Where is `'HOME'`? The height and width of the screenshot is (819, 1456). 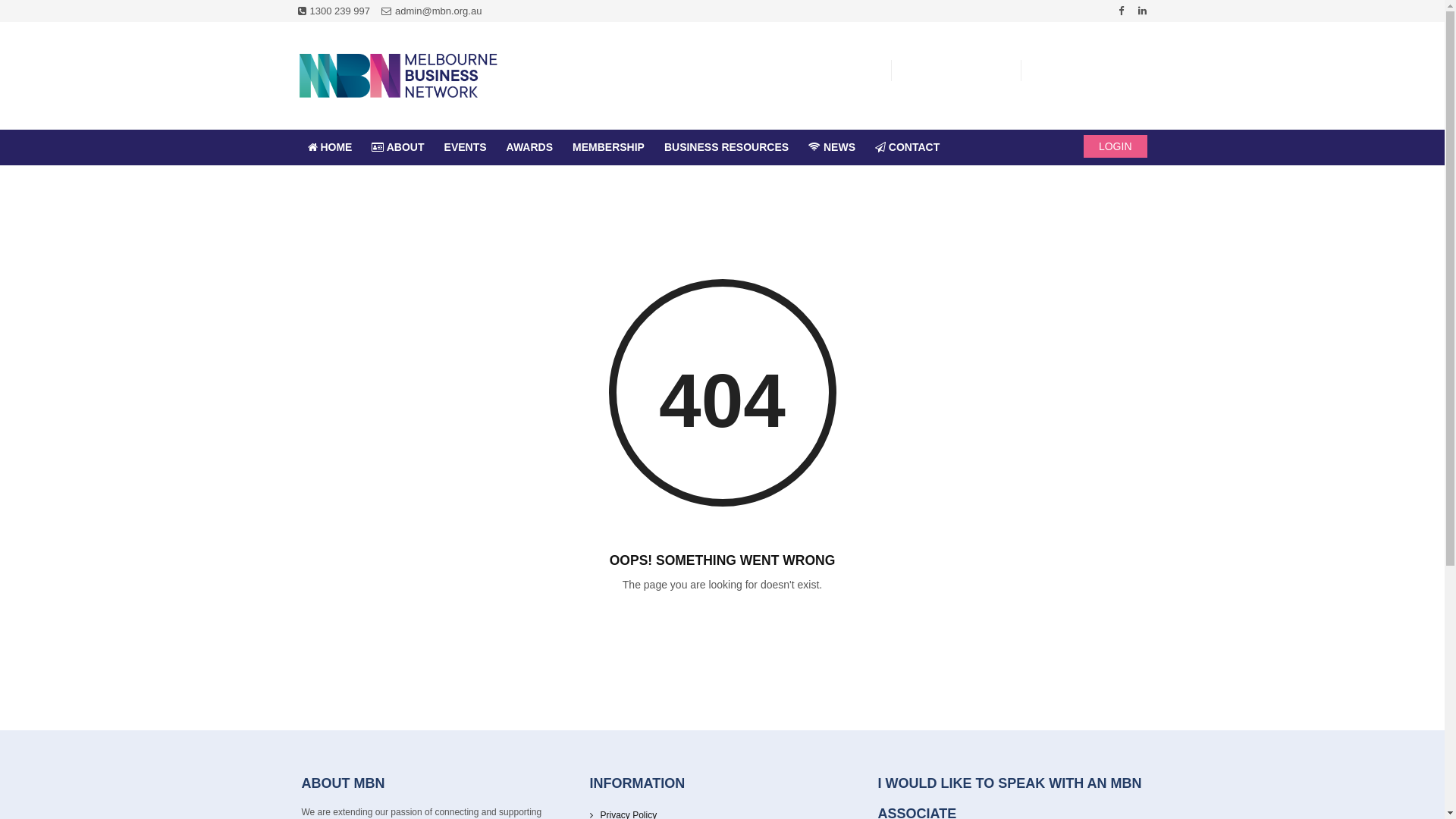
'HOME' is located at coordinates (328, 147).